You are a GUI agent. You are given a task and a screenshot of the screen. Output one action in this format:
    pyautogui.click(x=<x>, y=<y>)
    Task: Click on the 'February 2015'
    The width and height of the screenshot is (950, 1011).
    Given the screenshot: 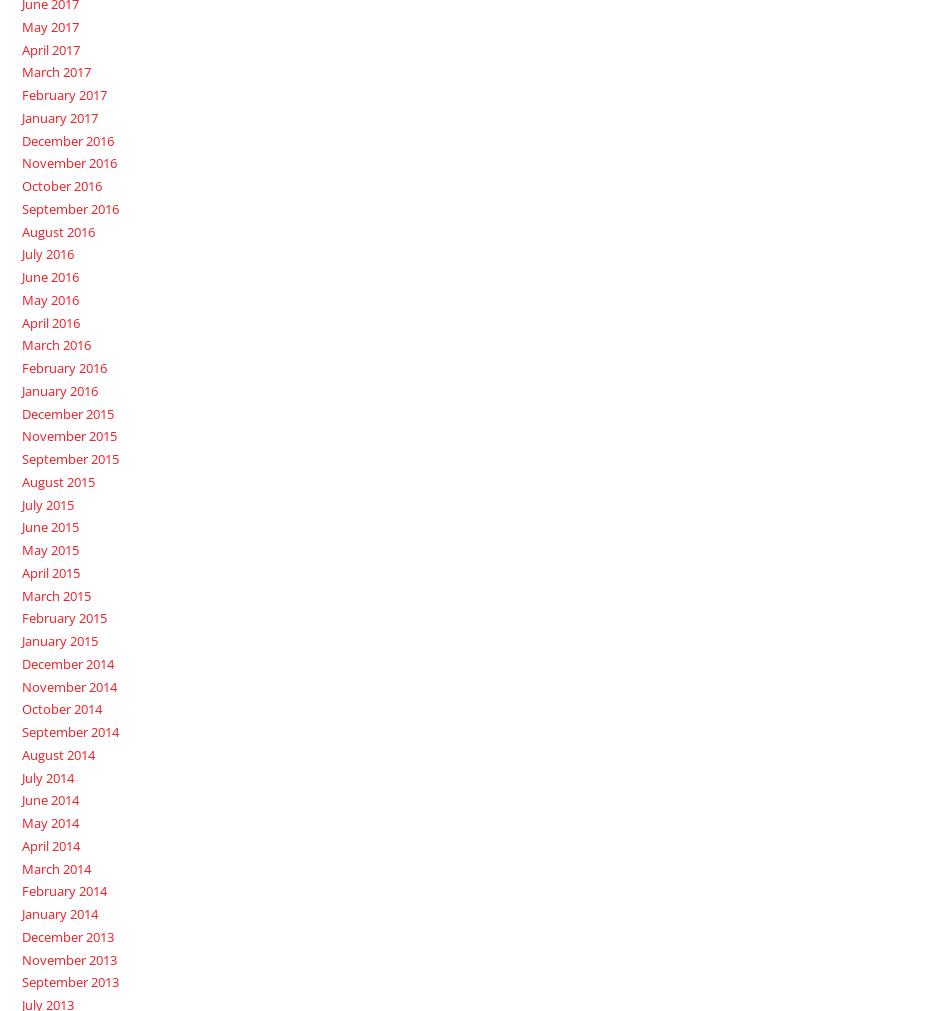 What is the action you would take?
    pyautogui.click(x=63, y=618)
    